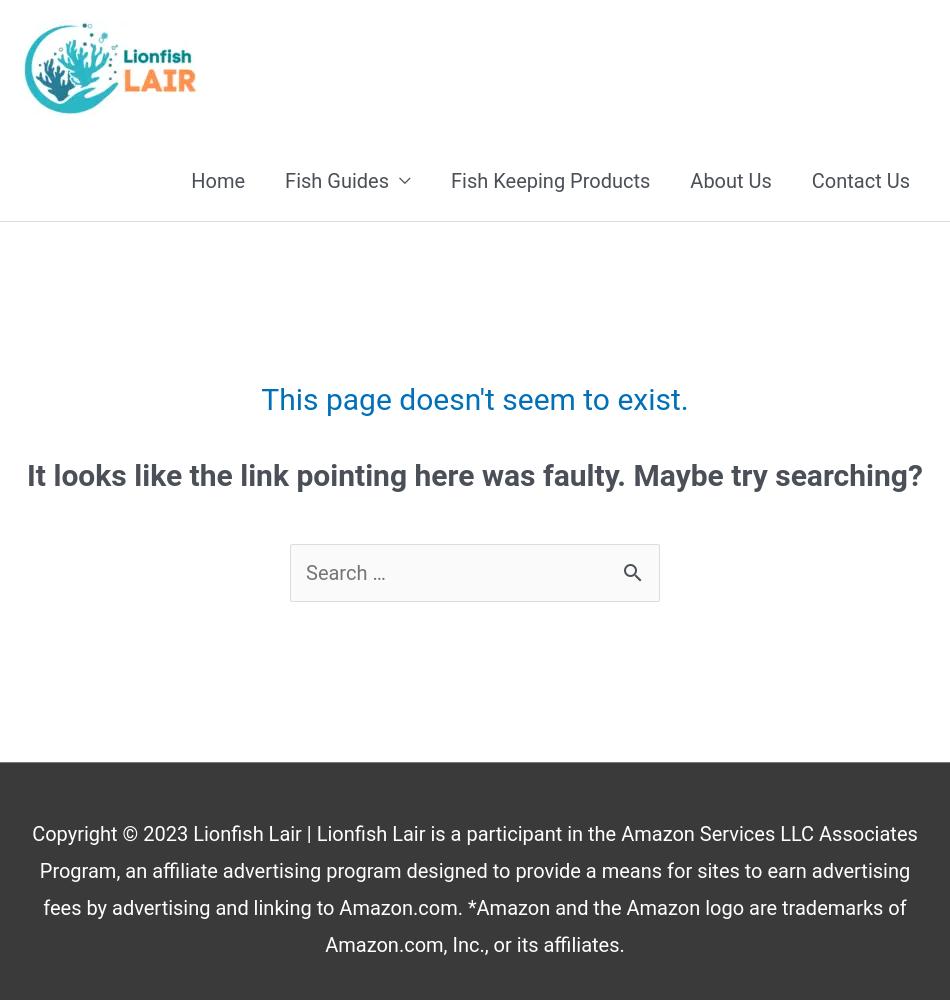 This screenshot has width=950, height=1000. Describe the element at coordinates (473, 474) in the screenshot. I see `'It looks like the link pointing here was faulty. Maybe try searching?'` at that location.